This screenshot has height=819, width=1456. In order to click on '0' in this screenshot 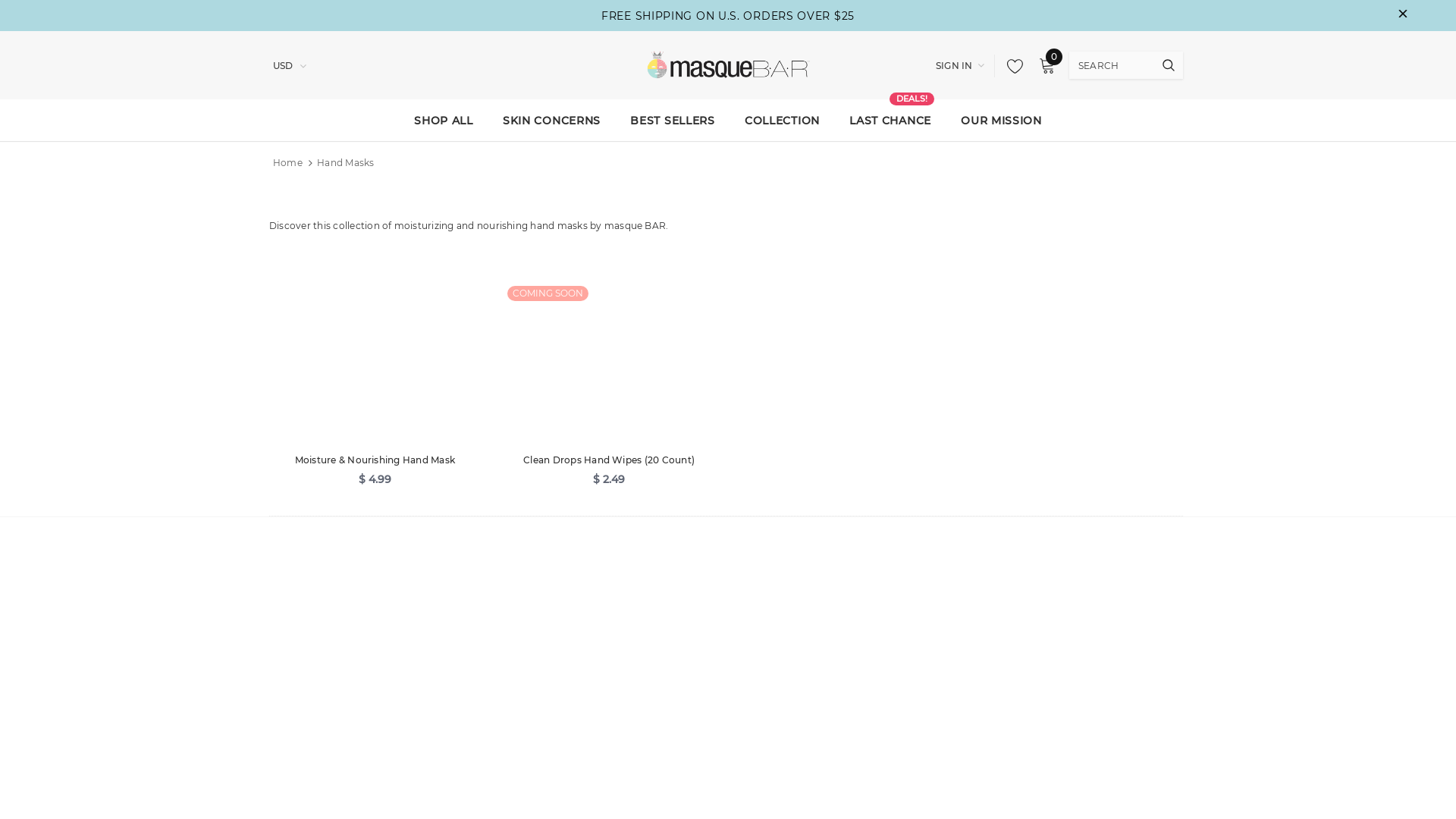, I will do `click(1046, 65)`.